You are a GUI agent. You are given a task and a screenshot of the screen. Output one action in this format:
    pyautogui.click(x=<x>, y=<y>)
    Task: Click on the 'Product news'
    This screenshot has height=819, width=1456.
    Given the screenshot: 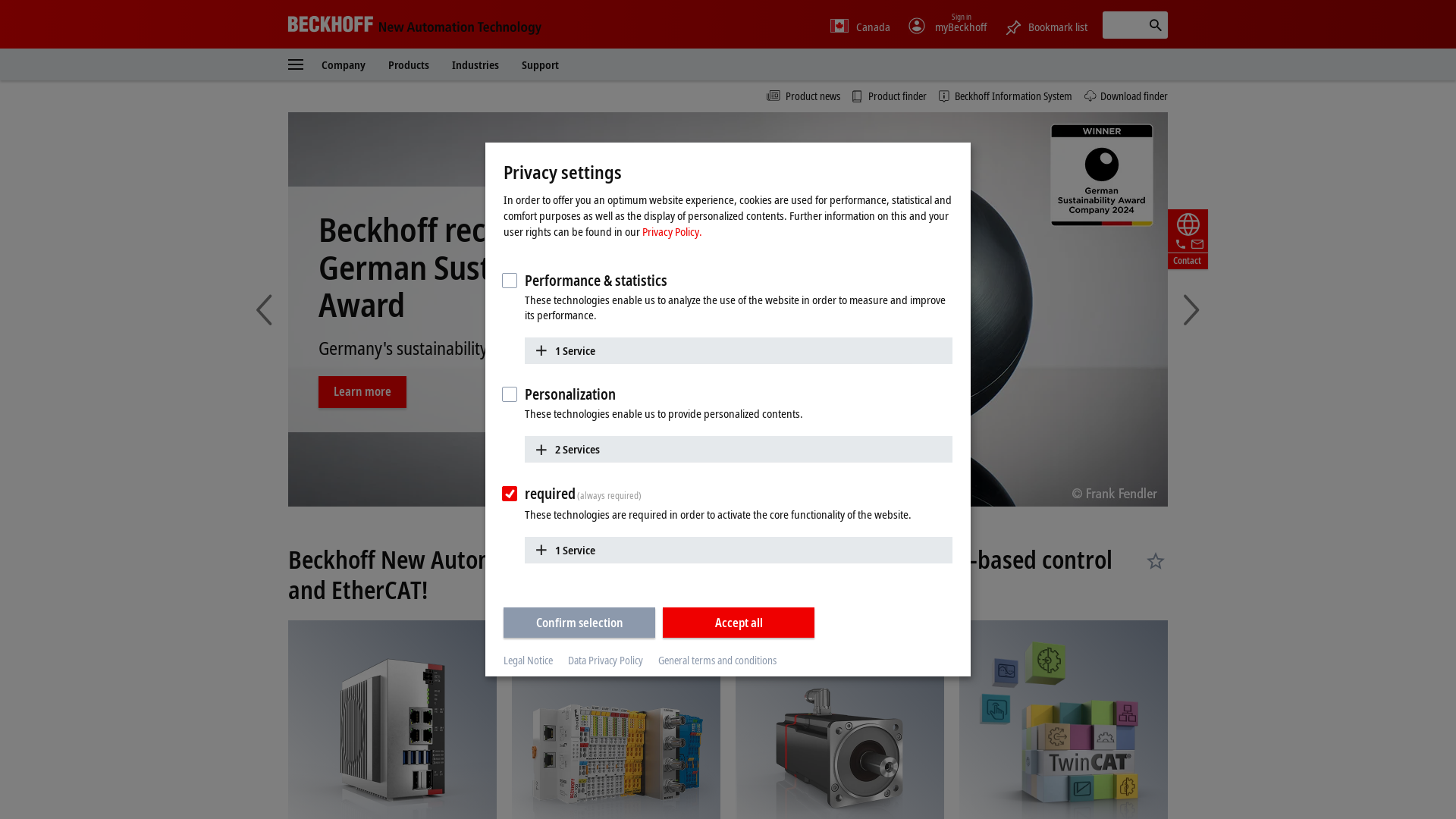 What is the action you would take?
    pyautogui.click(x=802, y=96)
    